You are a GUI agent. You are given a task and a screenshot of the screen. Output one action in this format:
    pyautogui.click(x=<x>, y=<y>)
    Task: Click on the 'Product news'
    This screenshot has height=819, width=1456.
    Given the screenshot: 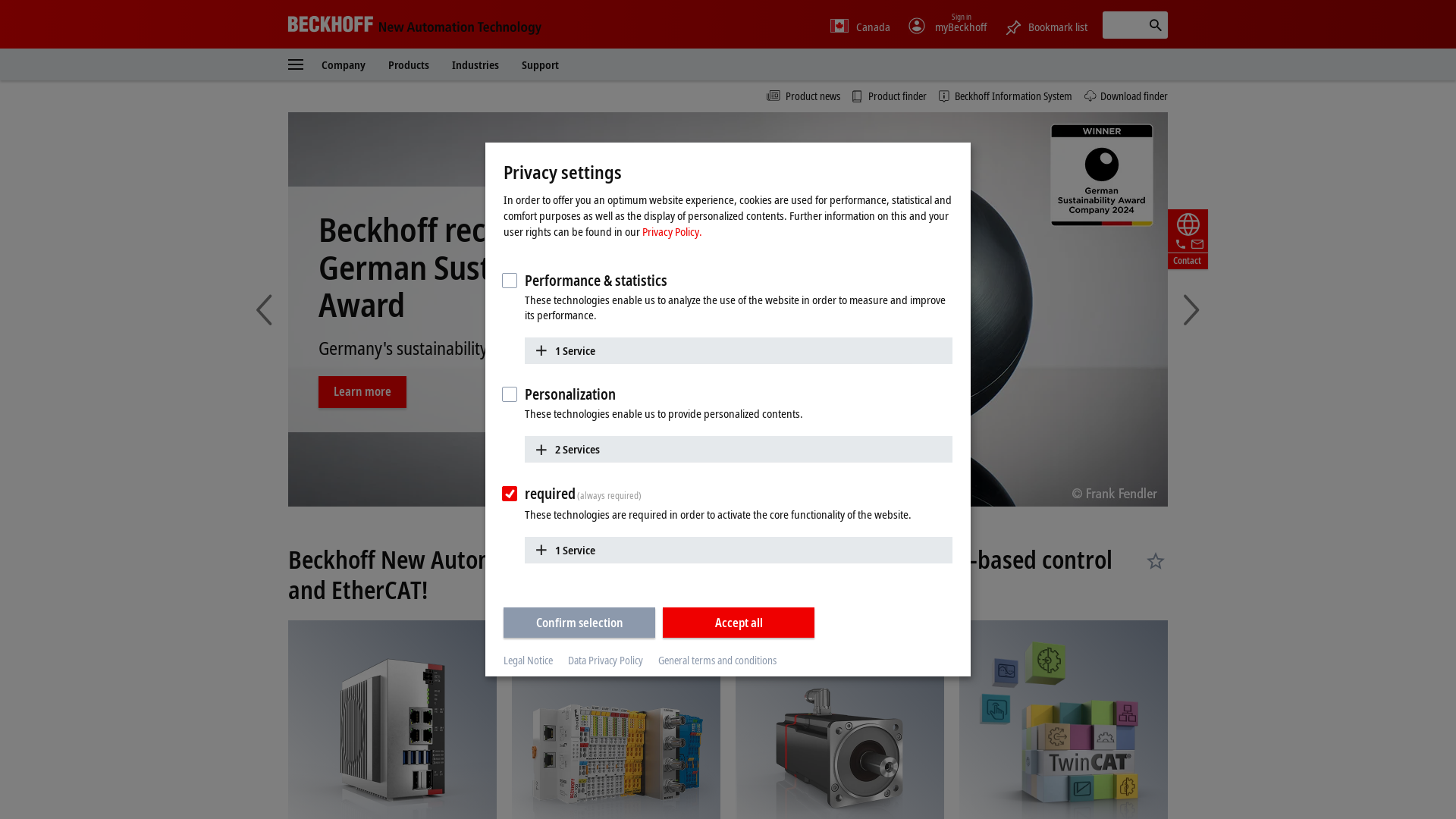 What is the action you would take?
    pyautogui.click(x=802, y=96)
    